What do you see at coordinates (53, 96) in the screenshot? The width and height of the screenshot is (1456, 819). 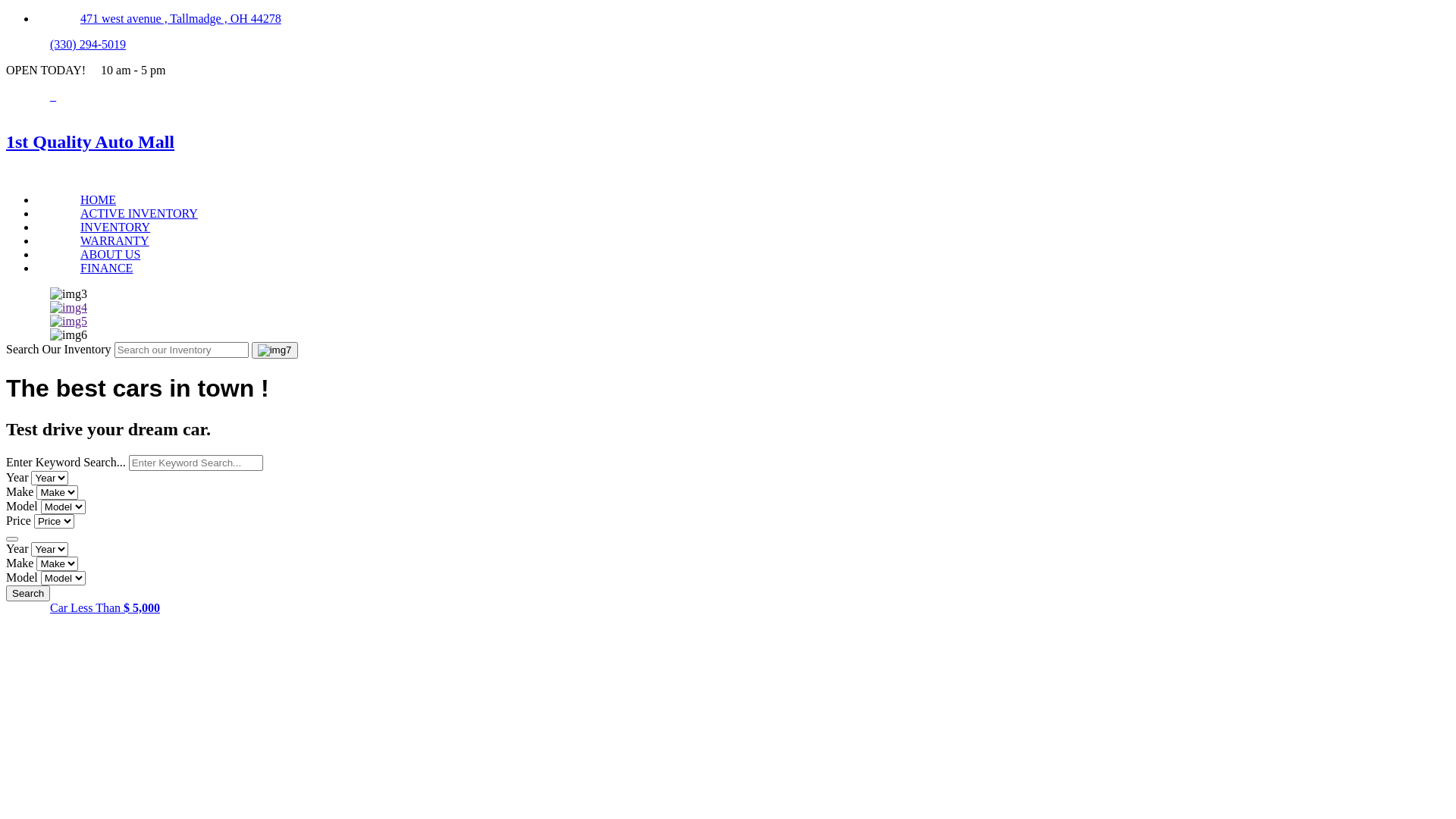 I see `'_'` at bounding box center [53, 96].